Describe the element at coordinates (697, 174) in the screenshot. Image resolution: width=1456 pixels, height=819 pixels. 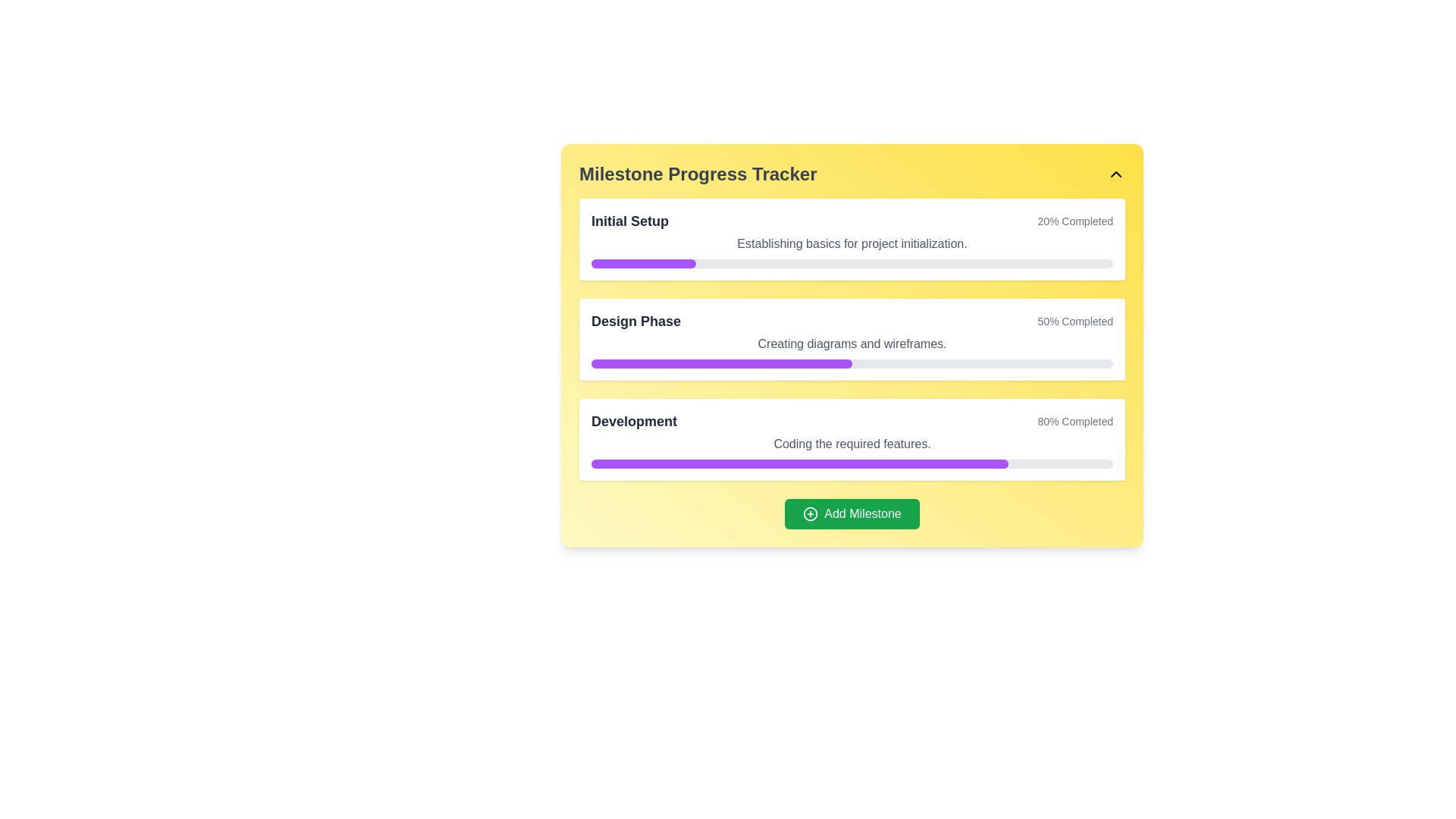
I see `the text label that serves as a title or heading for the section beneath it, indicating the purpose of the associated progress tracker for milestones` at that location.